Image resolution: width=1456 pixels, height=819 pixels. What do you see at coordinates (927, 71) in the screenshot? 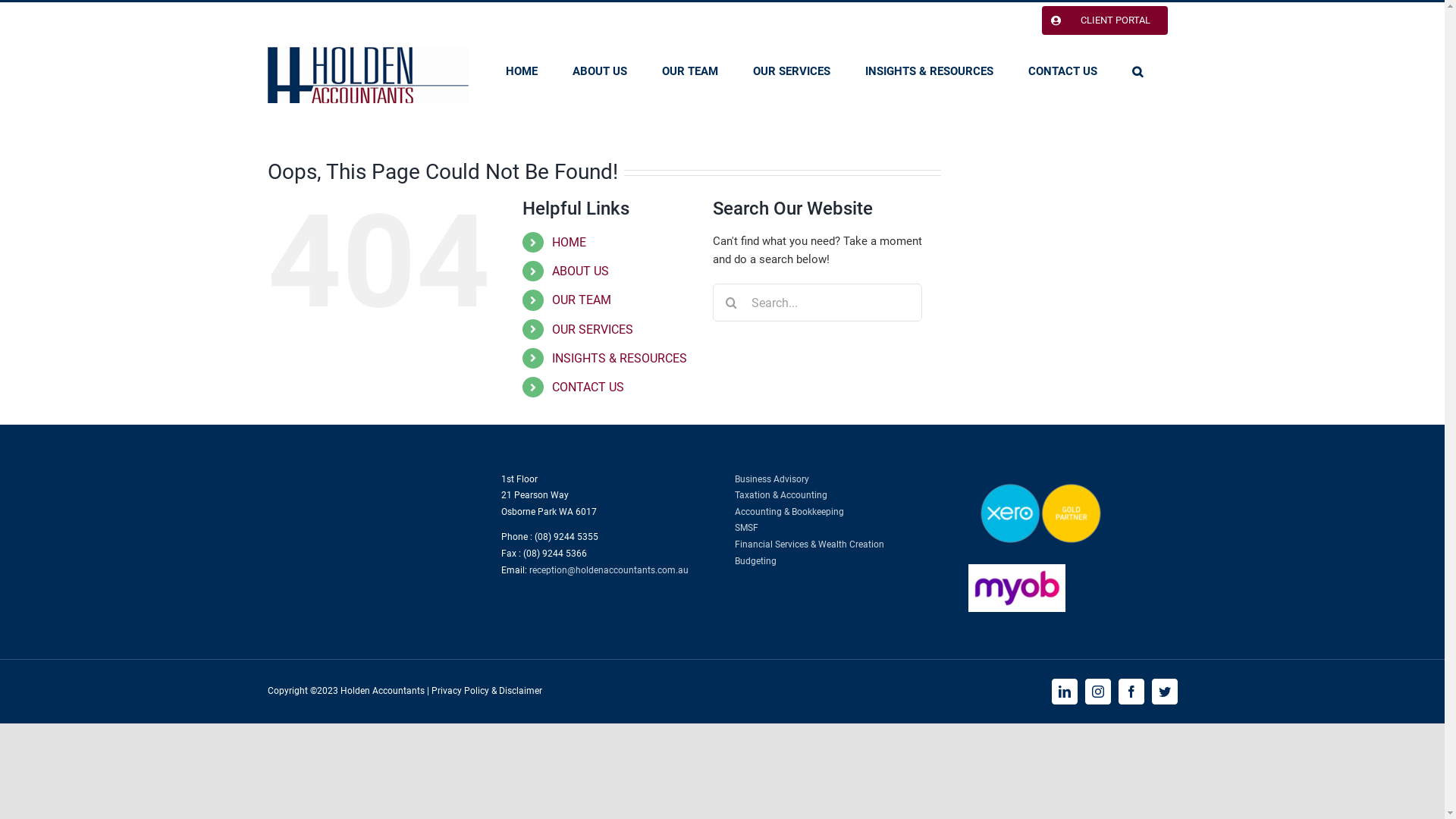
I see `'INSIGHTS & RESOURCES'` at bounding box center [927, 71].